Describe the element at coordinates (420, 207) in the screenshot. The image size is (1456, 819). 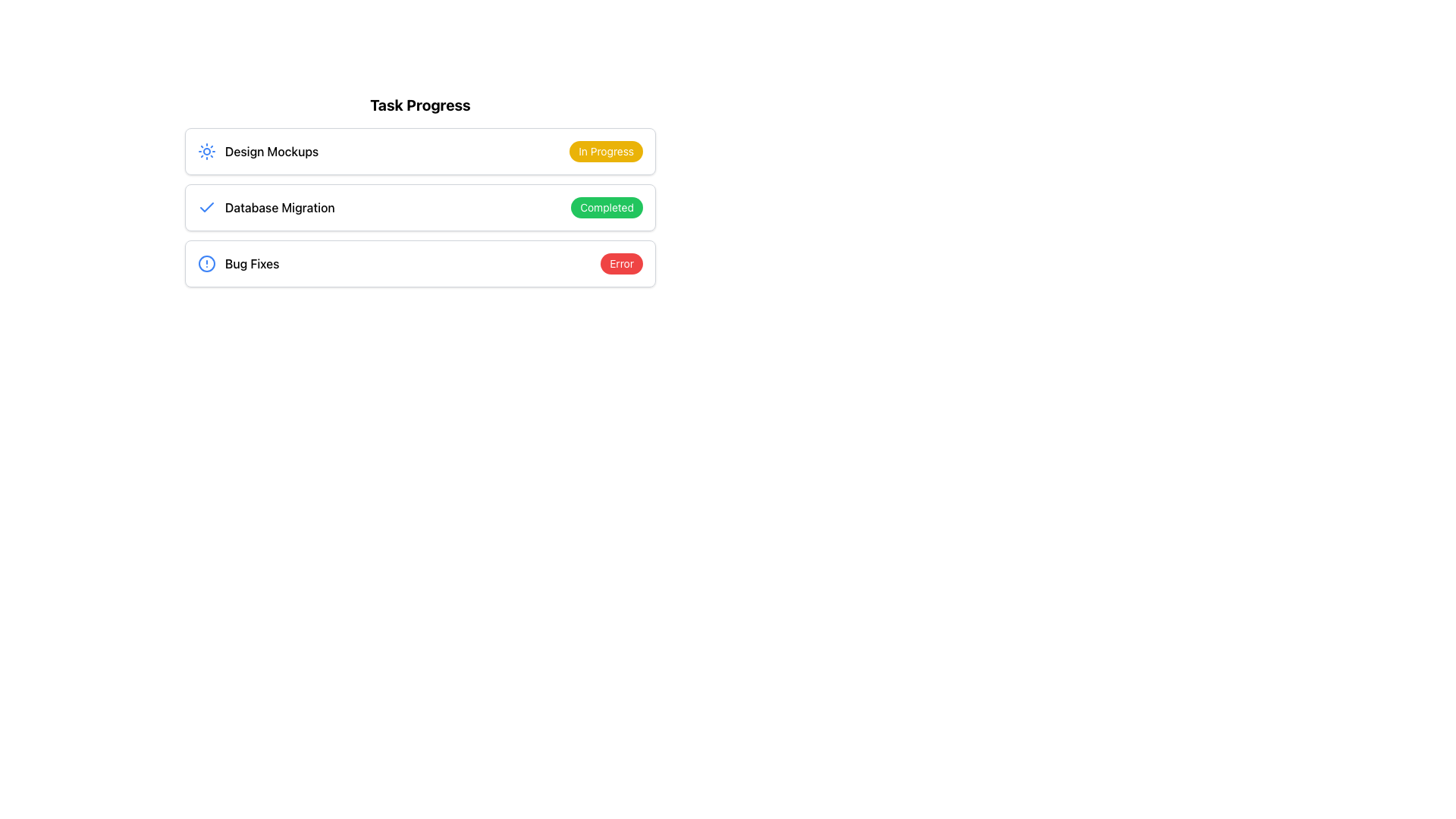
I see `the second task entry in the task progress tracker, which shows 'Database Migration' with a green 'Completed' badge` at that location.